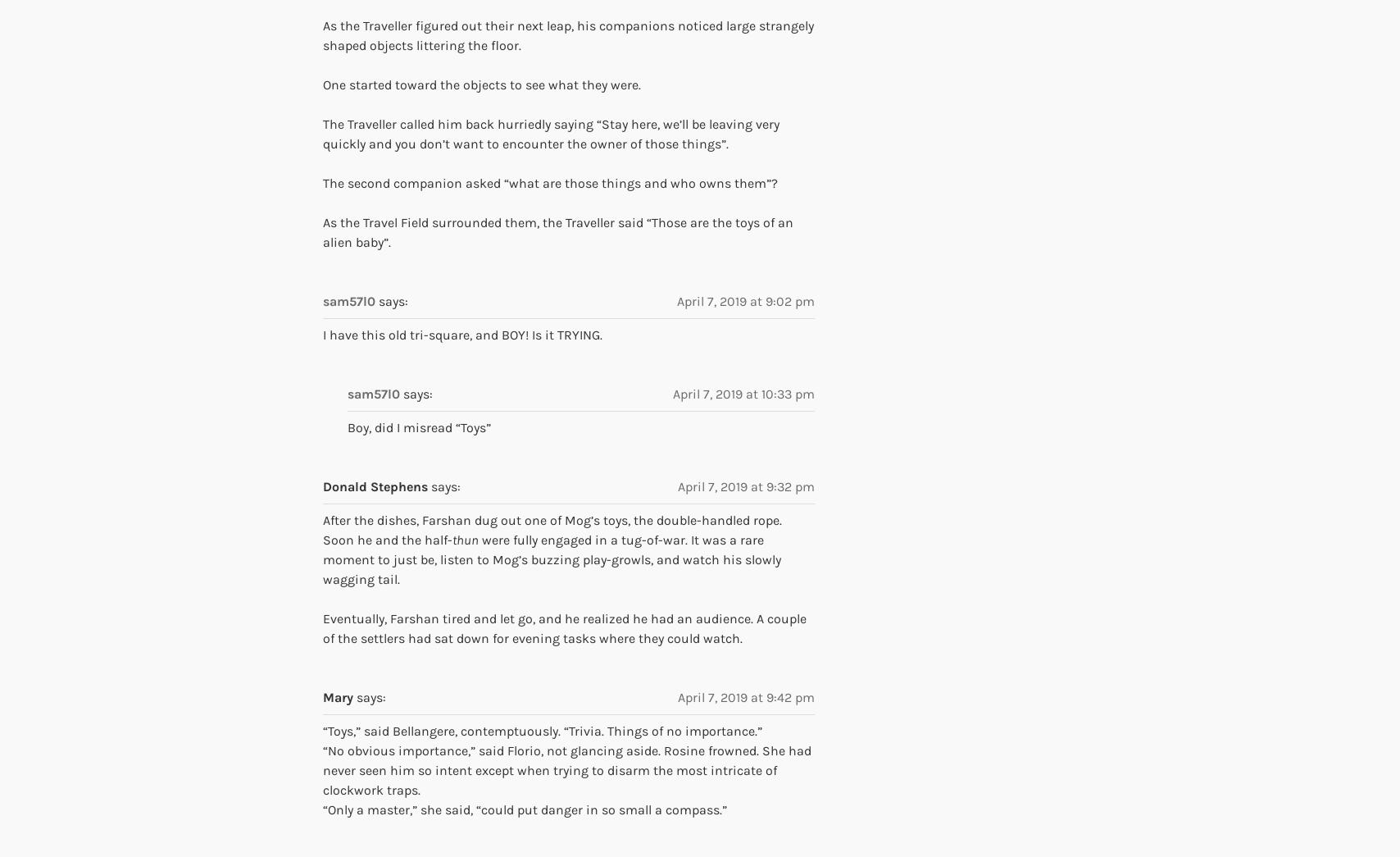 The width and height of the screenshot is (1400, 857). Describe the element at coordinates (552, 530) in the screenshot. I see `'After the dishes, Farshan dug out one of Mog’s toys, the double-handled rope. Soon he and the half-'` at that location.